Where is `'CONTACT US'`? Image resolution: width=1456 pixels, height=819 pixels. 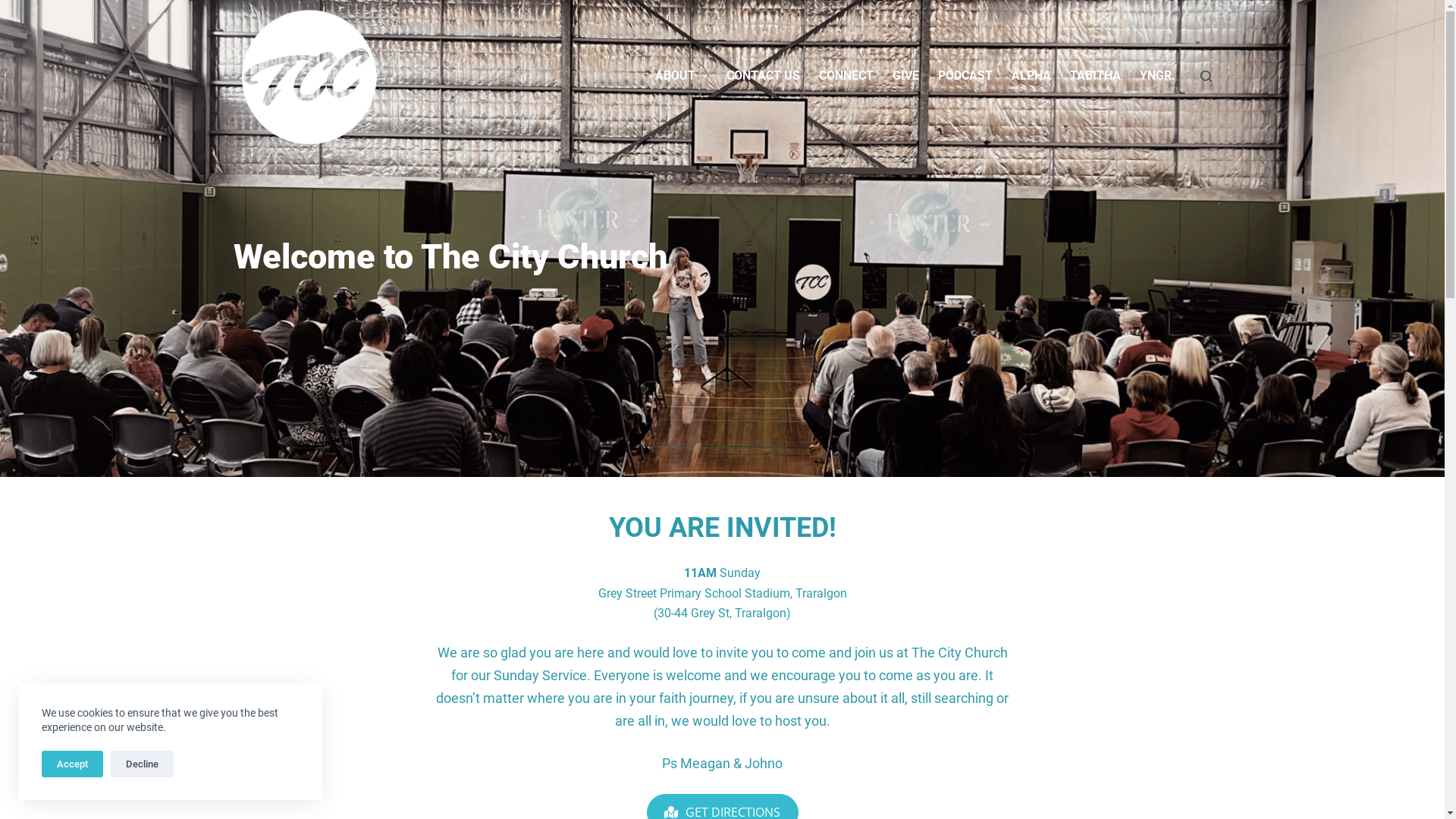 'CONTACT US' is located at coordinates (764, 76).